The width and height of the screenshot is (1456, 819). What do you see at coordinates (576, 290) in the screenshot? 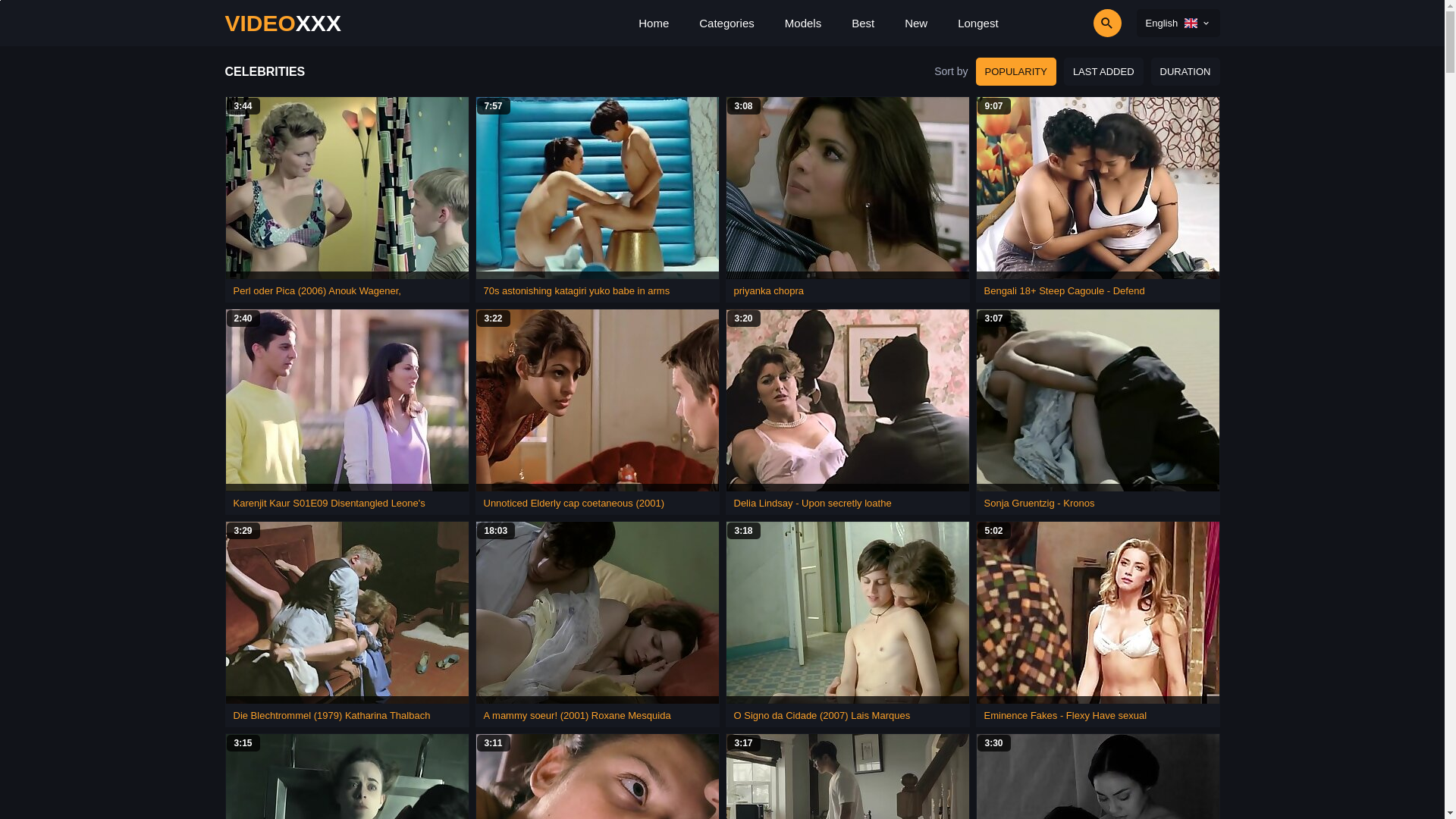
I see `'70s astonishing katagiri yuko babe in arms'` at bounding box center [576, 290].